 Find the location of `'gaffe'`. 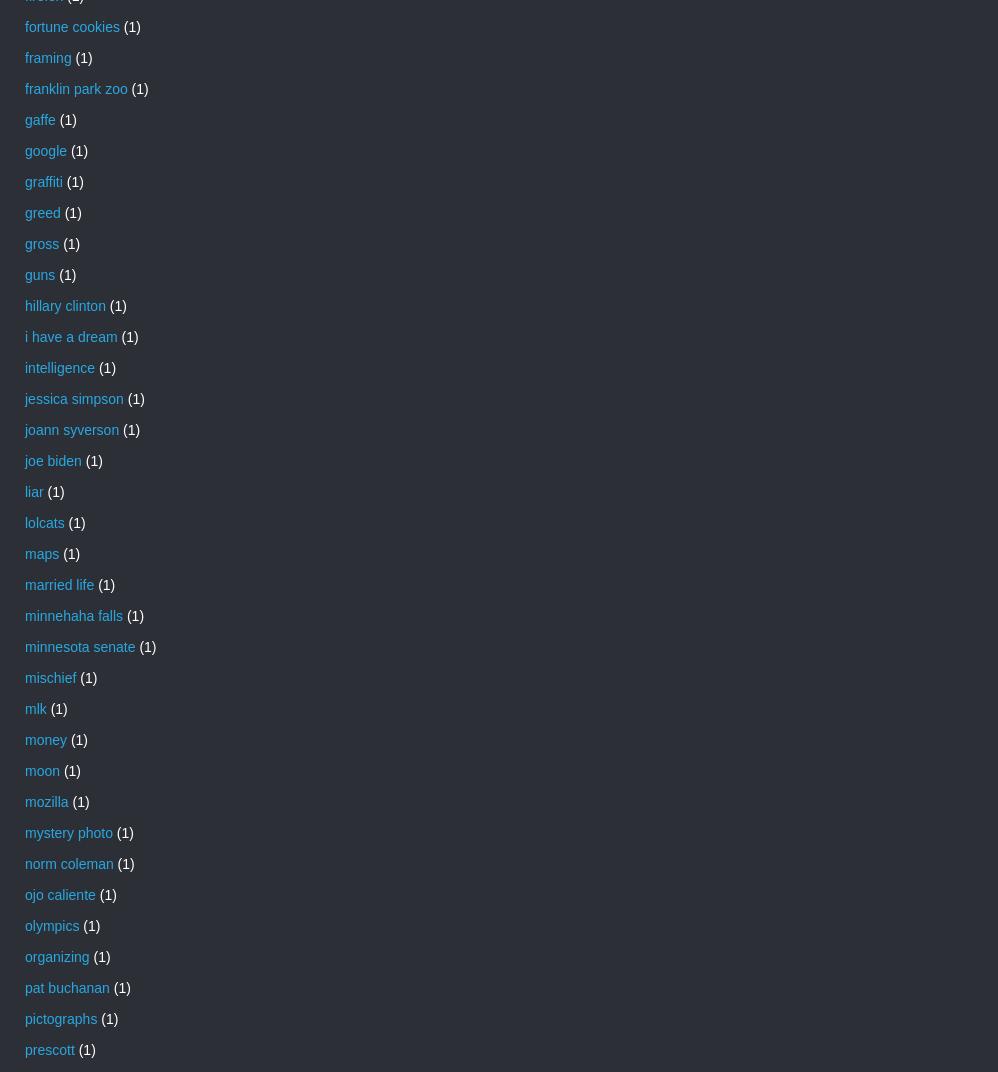

'gaffe' is located at coordinates (25, 118).